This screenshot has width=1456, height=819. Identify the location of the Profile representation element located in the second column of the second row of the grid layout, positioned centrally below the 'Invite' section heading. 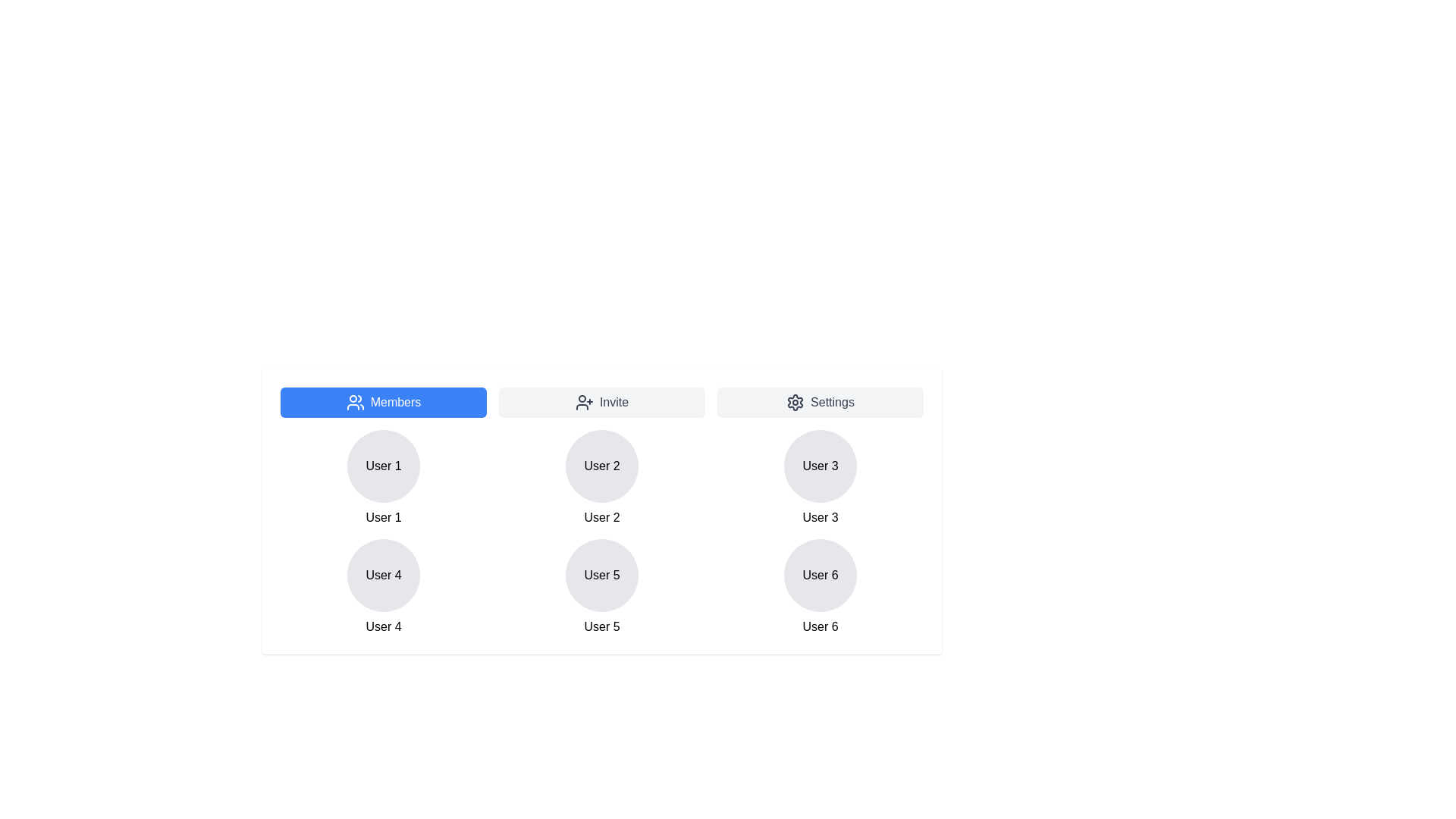
(601, 576).